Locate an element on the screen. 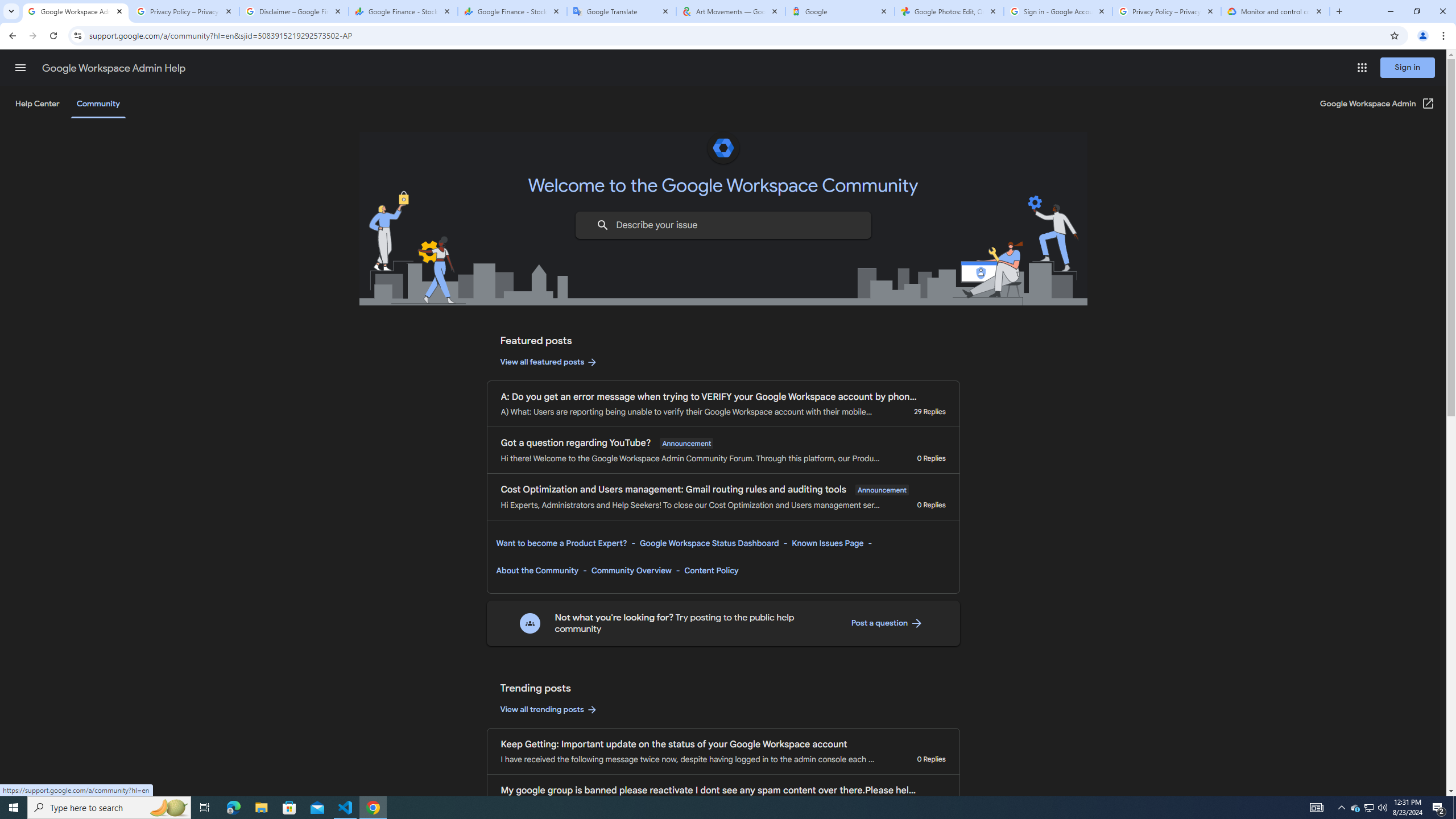 The width and height of the screenshot is (1456, 819). 'Help Center' is located at coordinates (37, 103).